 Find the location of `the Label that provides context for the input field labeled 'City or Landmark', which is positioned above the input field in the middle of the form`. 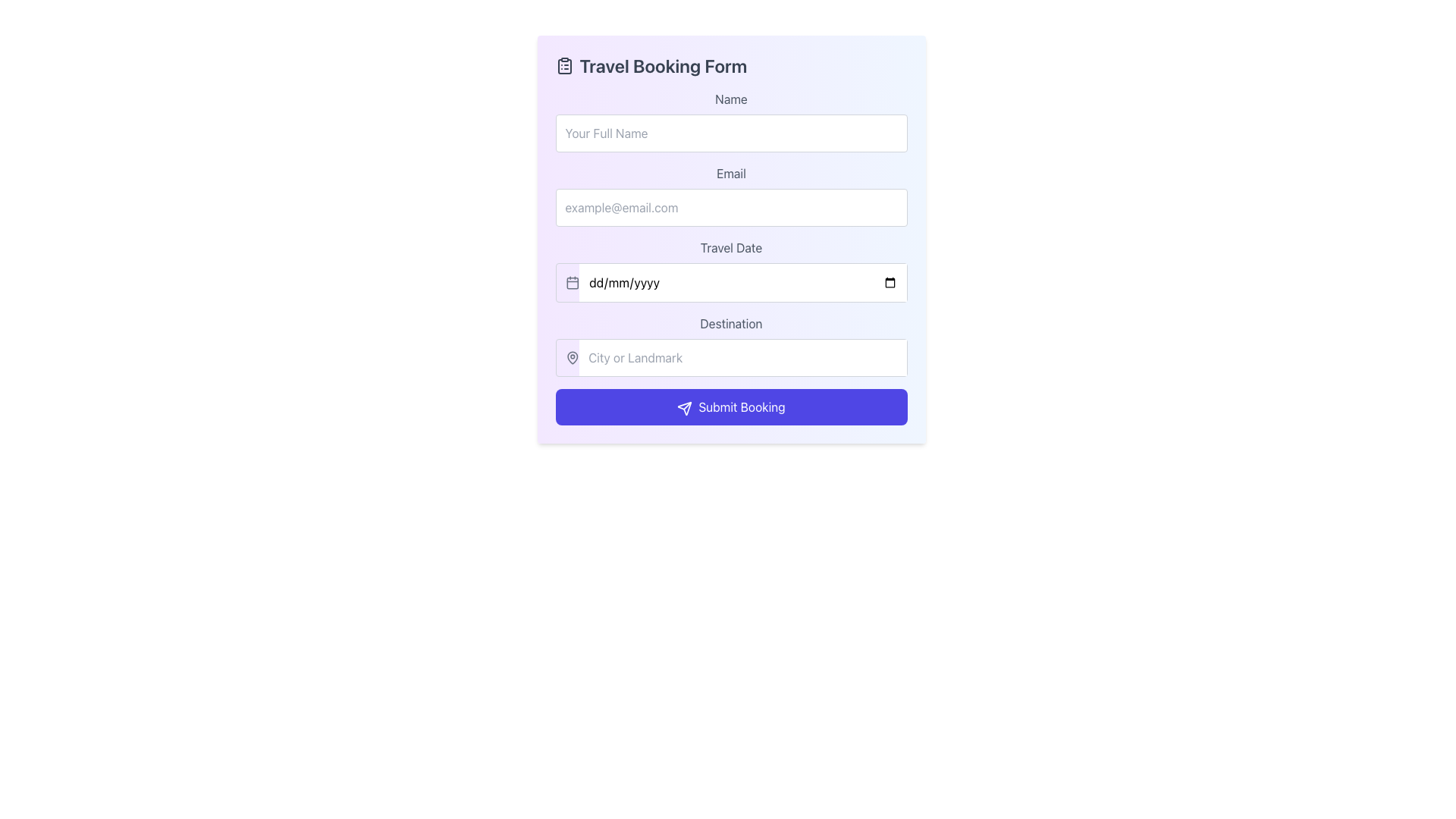

the Label that provides context for the input field labeled 'City or Landmark', which is positioned above the input field in the middle of the form is located at coordinates (731, 323).